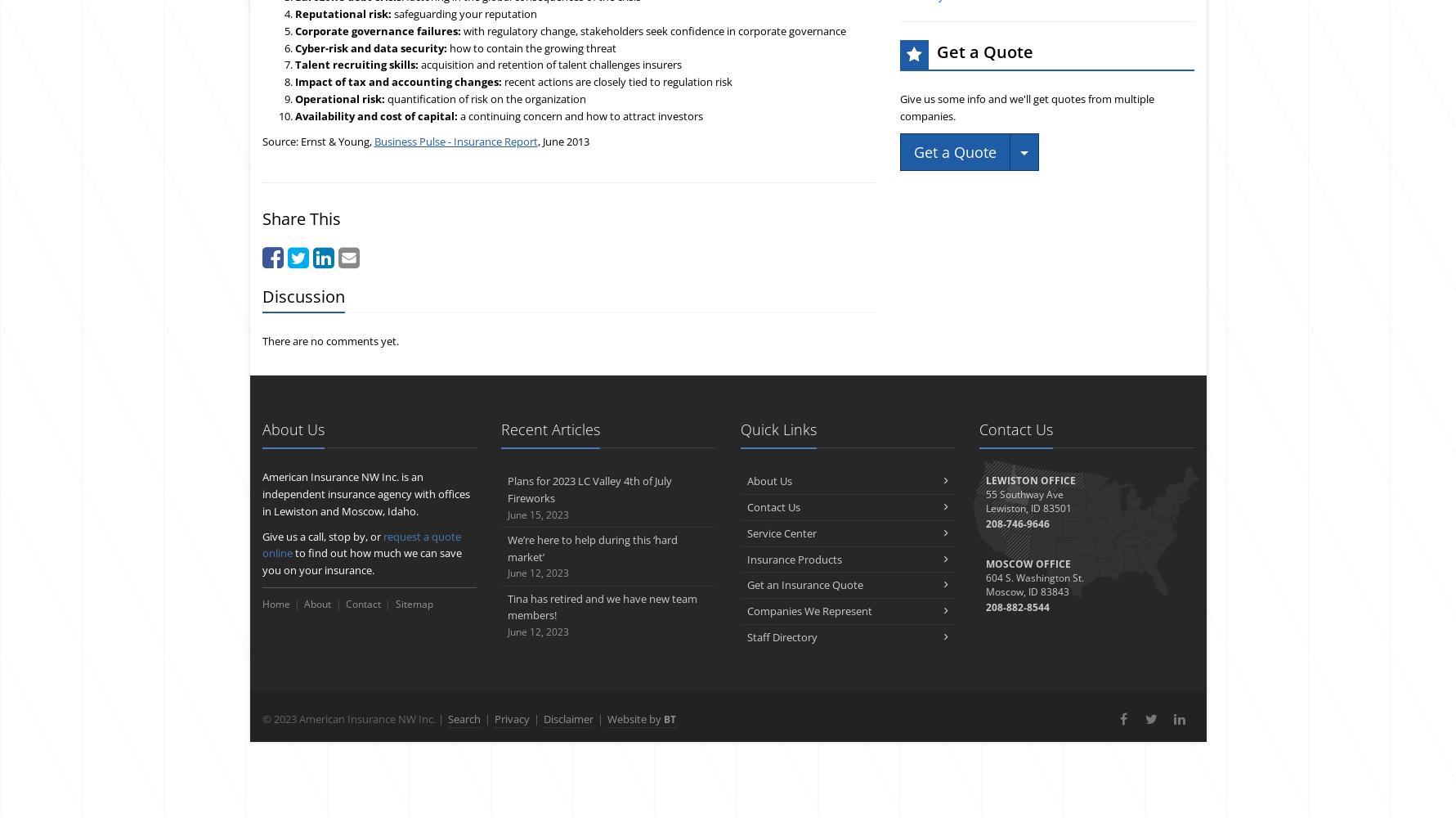  What do you see at coordinates (449, 47) in the screenshot?
I see `'how to contain the growing threat'` at bounding box center [449, 47].